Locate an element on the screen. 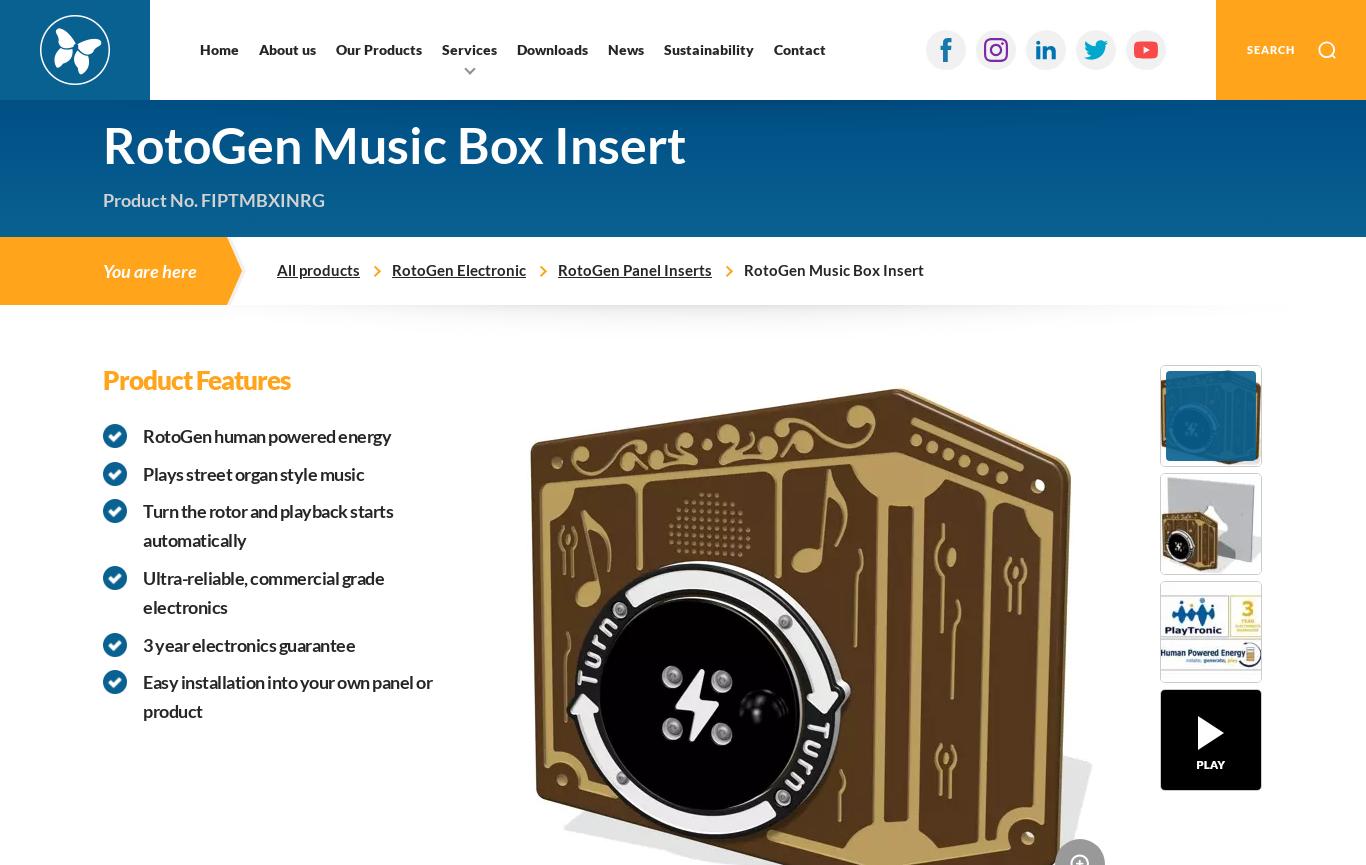  'Product No. FIPTMBXINRG' is located at coordinates (213, 198).